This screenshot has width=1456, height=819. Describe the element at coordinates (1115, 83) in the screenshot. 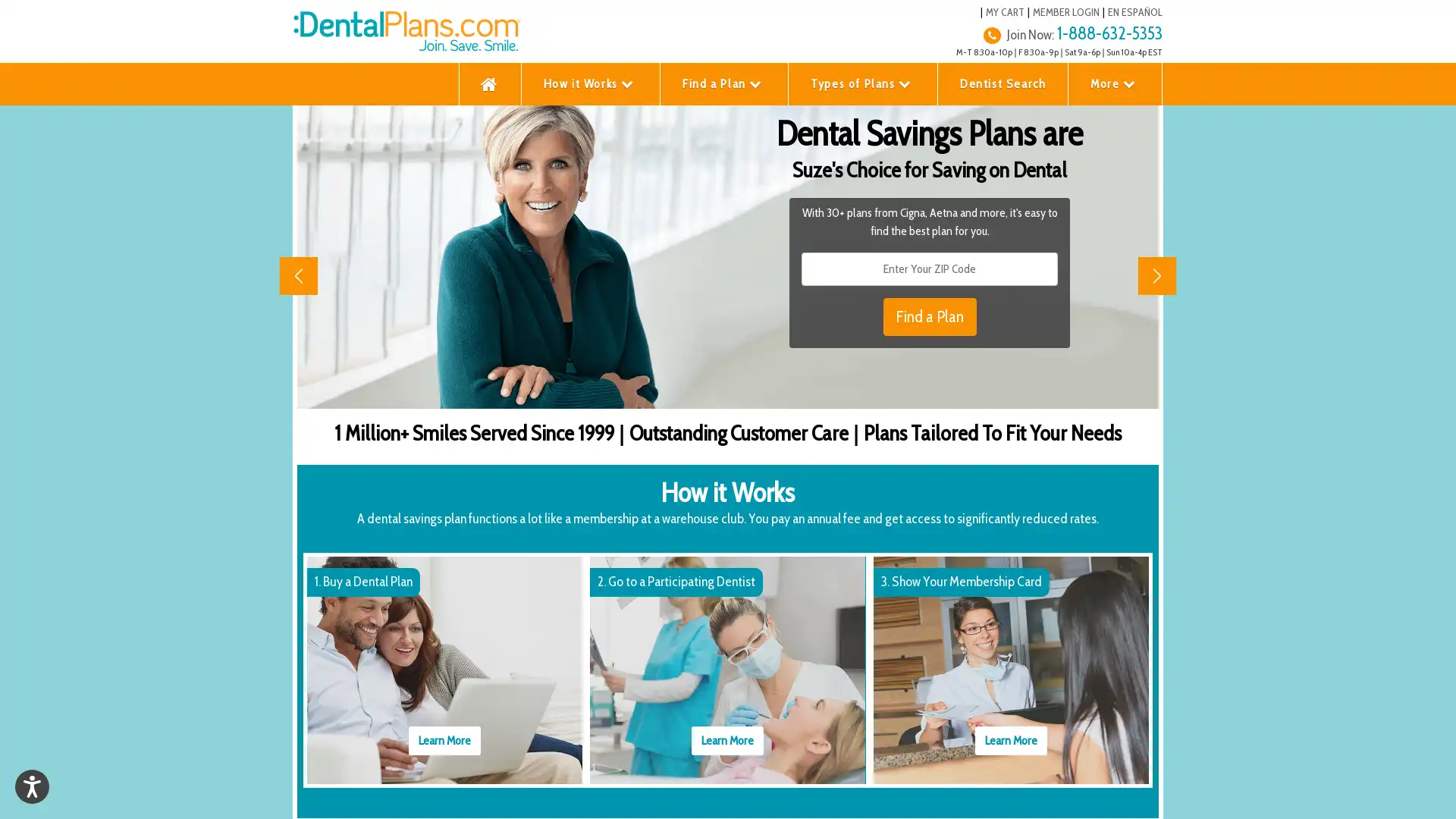

I see `More` at that location.